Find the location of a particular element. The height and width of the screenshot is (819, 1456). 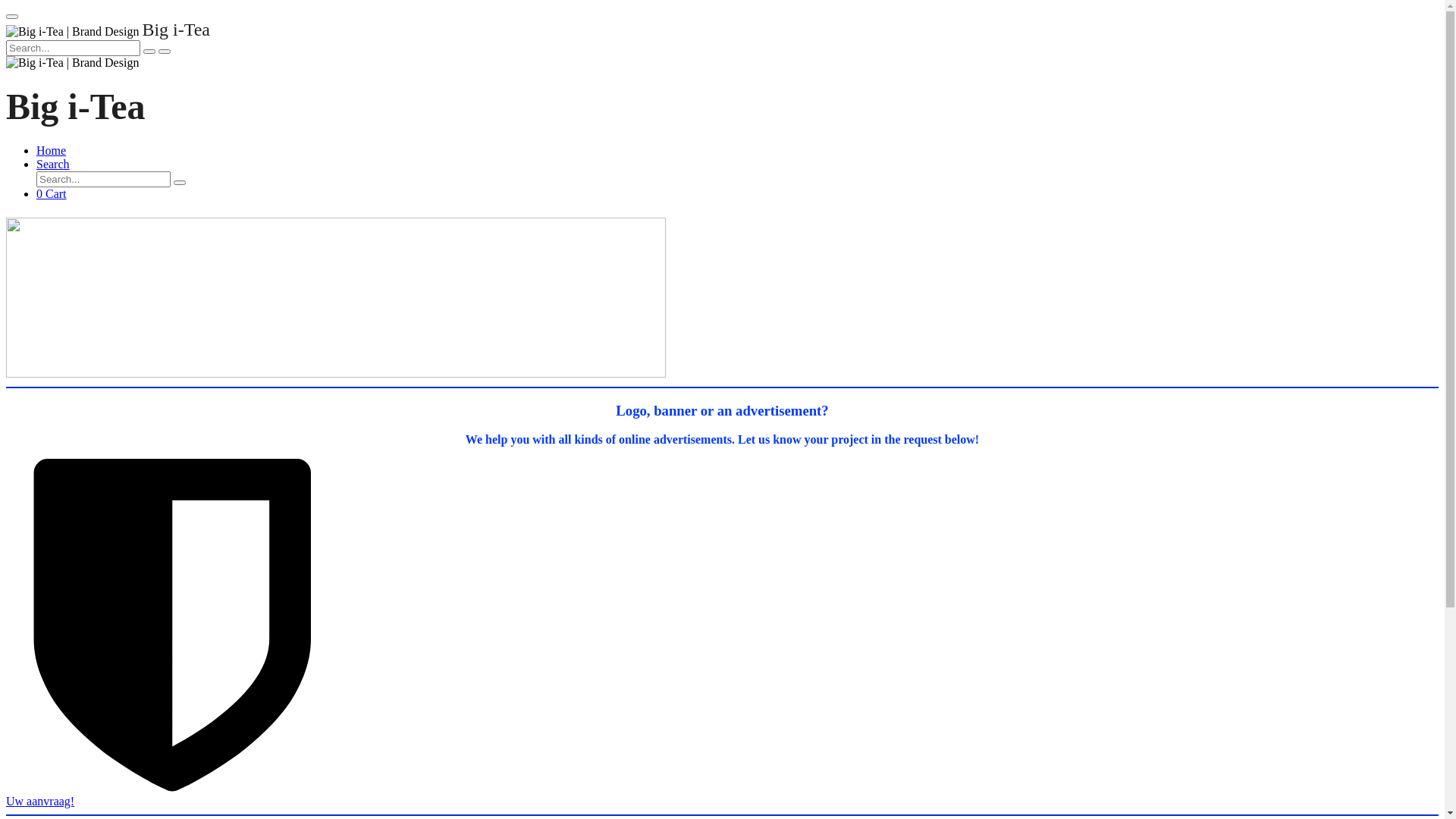

'Home' is located at coordinates (36, 150).